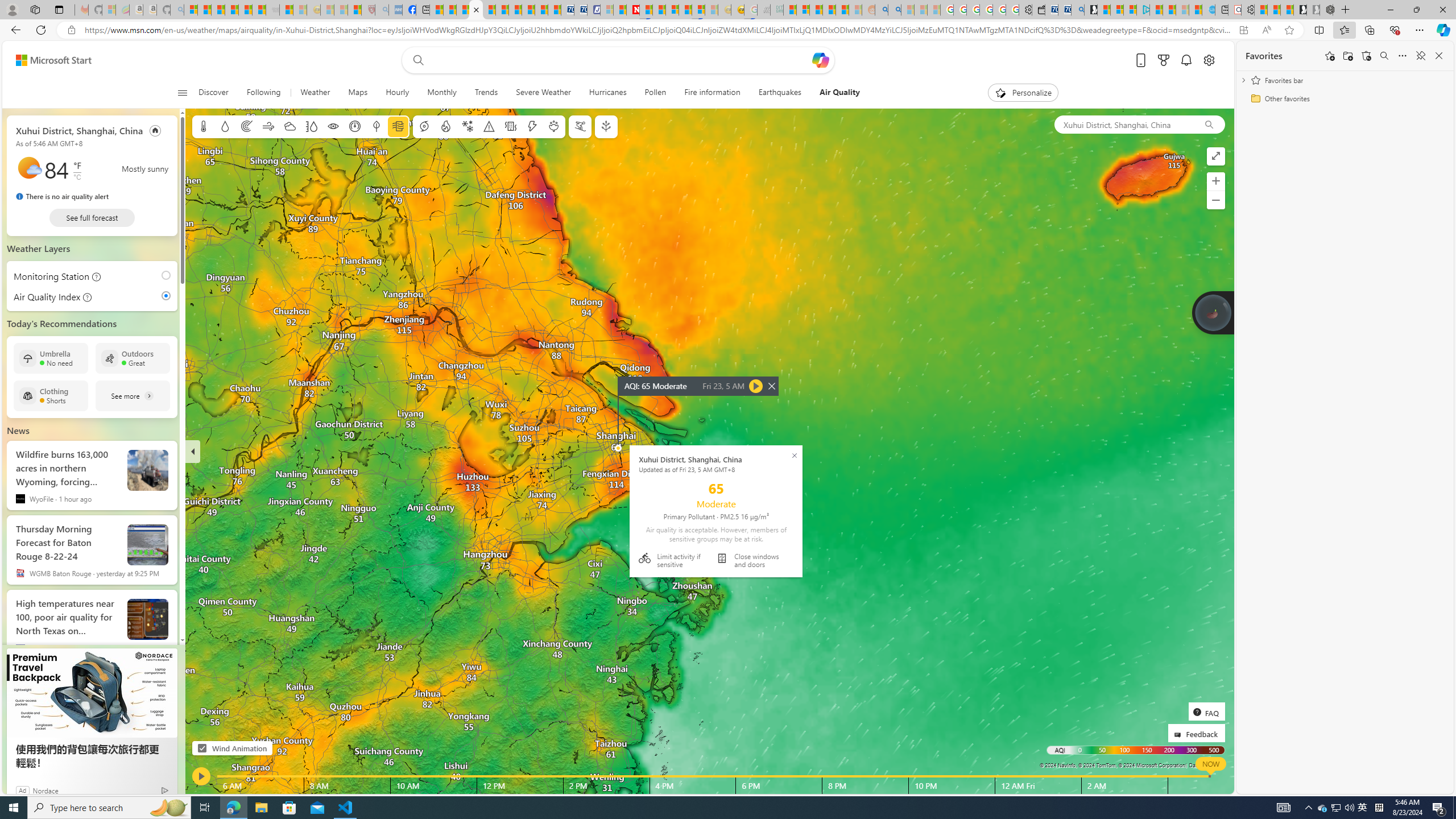 This screenshot has width=1456, height=819. What do you see at coordinates (820, 59) in the screenshot?
I see `'Open Copilot'` at bounding box center [820, 59].